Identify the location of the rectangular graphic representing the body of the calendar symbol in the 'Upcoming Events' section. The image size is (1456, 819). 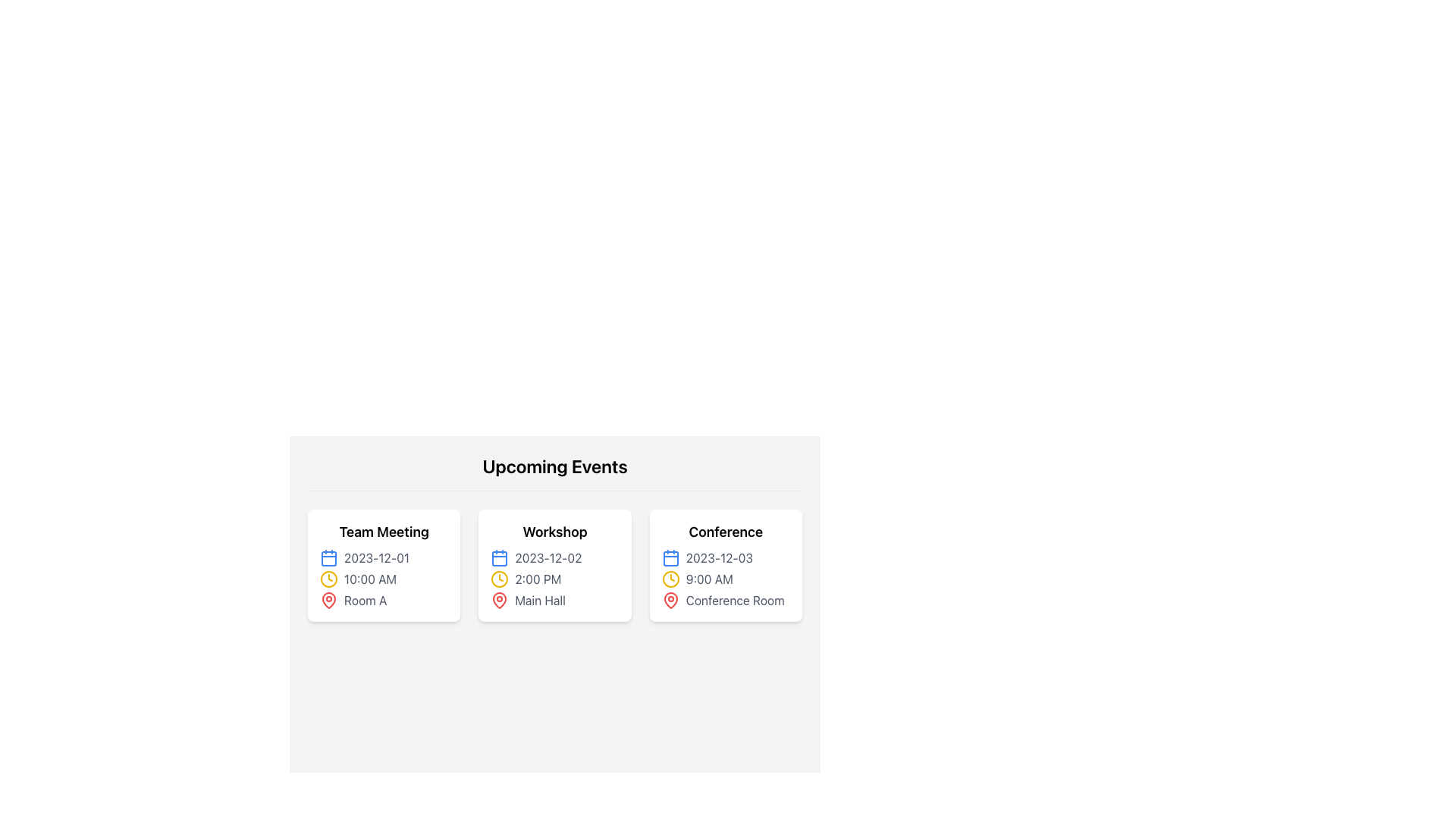
(328, 558).